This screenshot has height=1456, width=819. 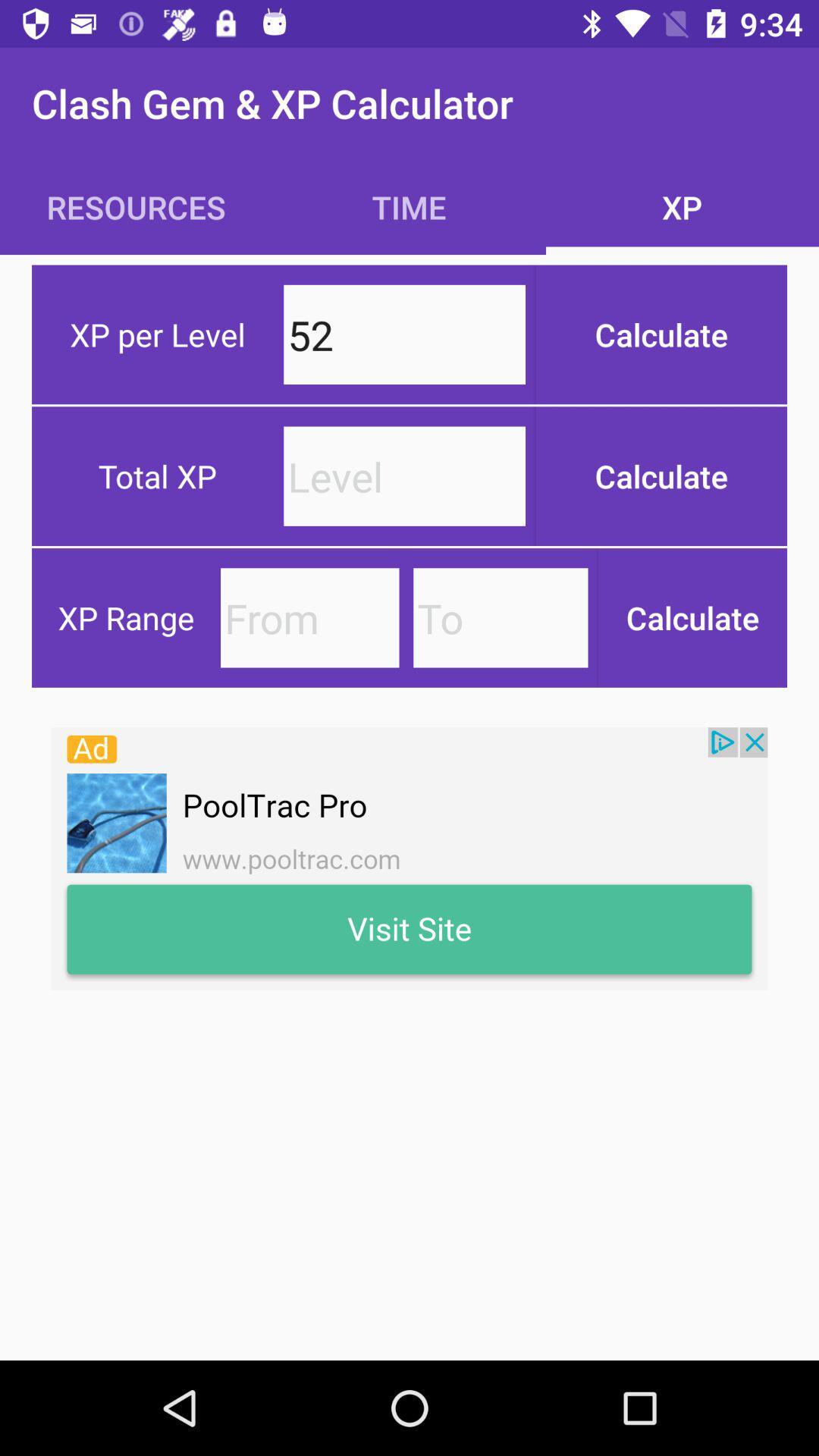 What do you see at coordinates (500, 617) in the screenshot?
I see `to option` at bounding box center [500, 617].